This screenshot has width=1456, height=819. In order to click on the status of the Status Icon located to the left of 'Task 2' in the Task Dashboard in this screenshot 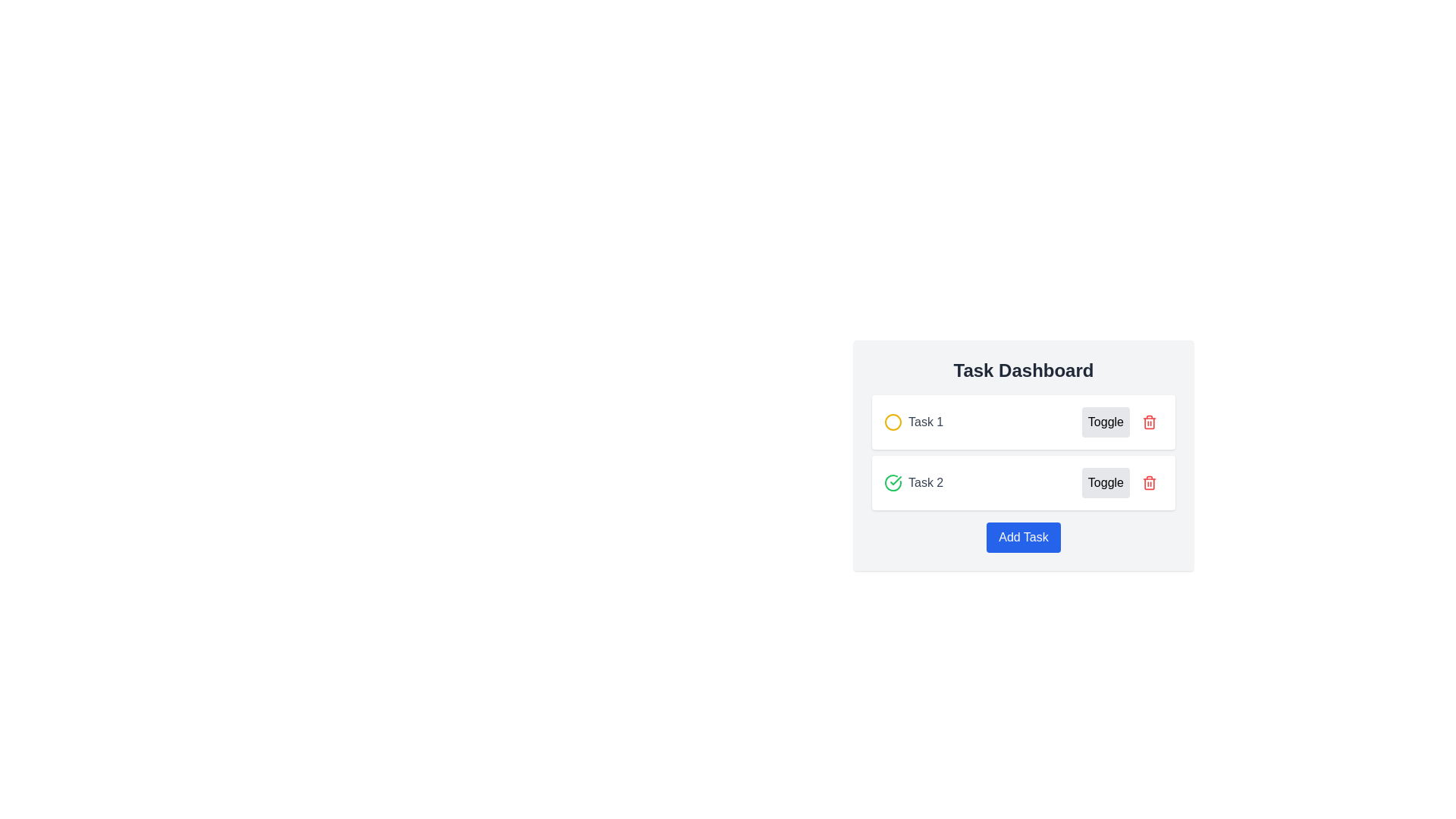, I will do `click(893, 482)`.